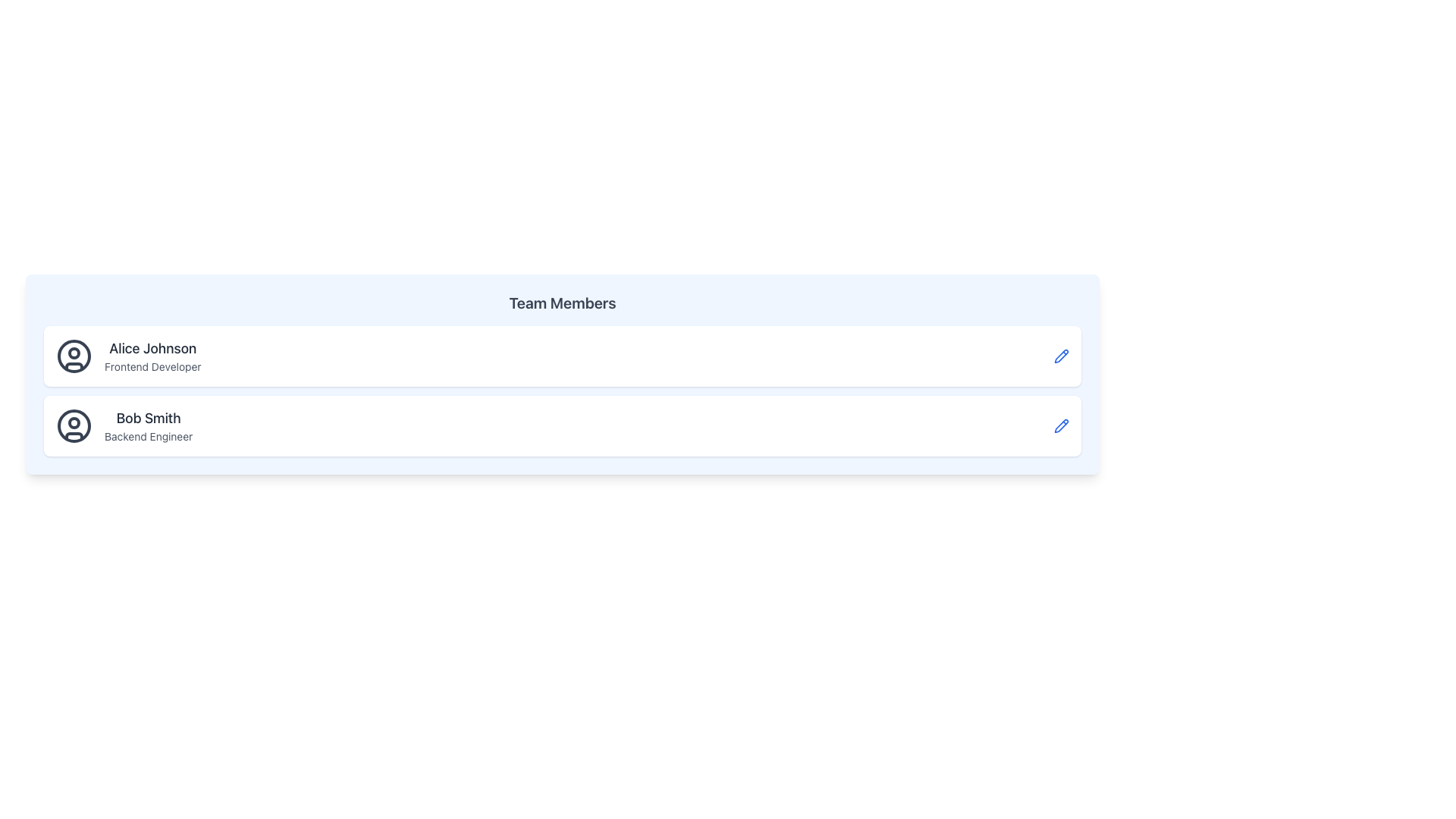 The width and height of the screenshot is (1456, 819). I want to click on to interact with the List Item displaying 'Bob Smith' and 'Backend Engineer', which includes a circular user icon and is the second item under the 'Team Members' section, so click(124, 426).